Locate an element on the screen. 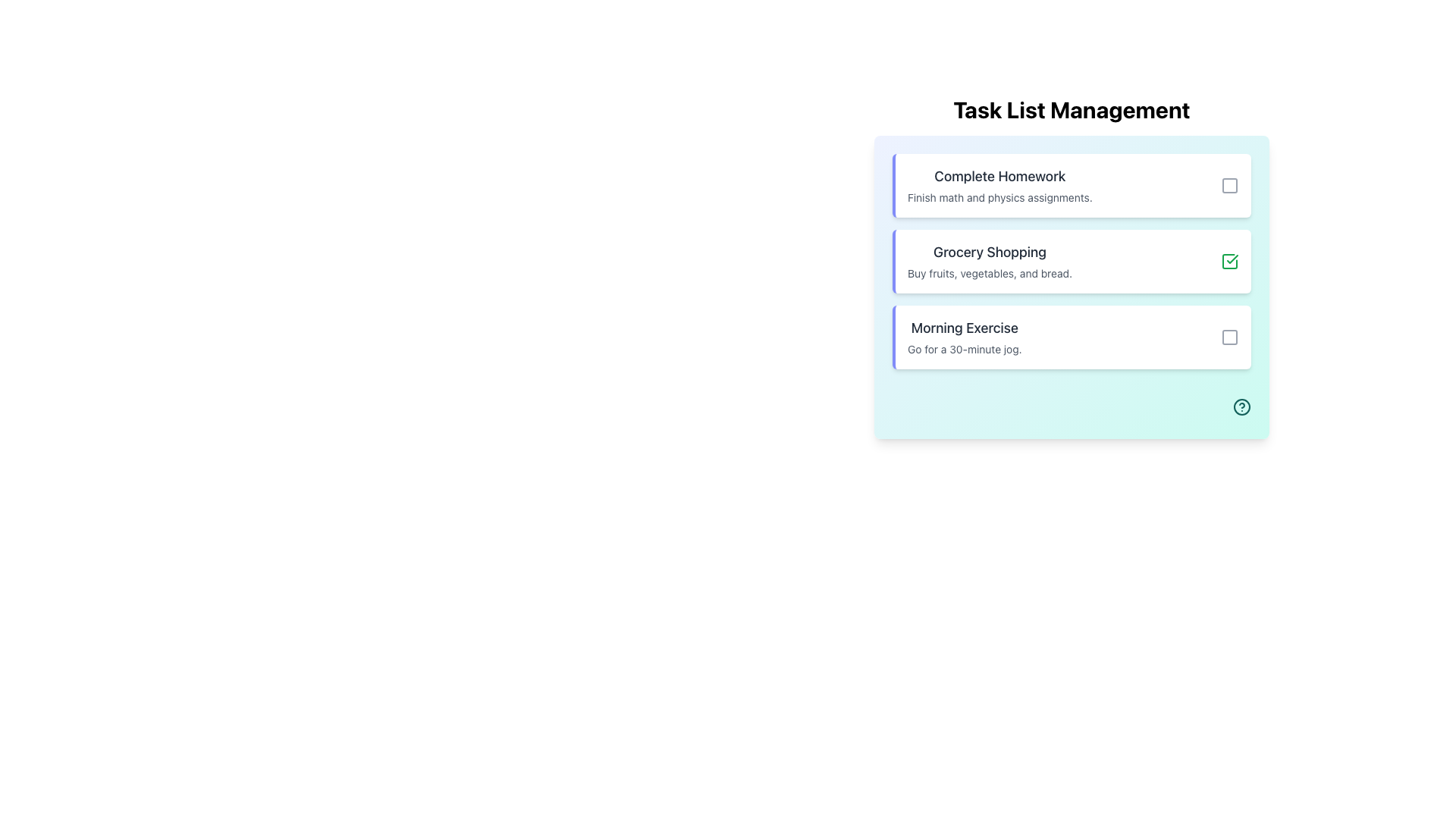 The height and width of the screenshot is (819, 1456). the square icon button with a gray border located to the right of the 'Complete Homework' task item in the task list to interact with the task is located at coordinates (1230, 185).